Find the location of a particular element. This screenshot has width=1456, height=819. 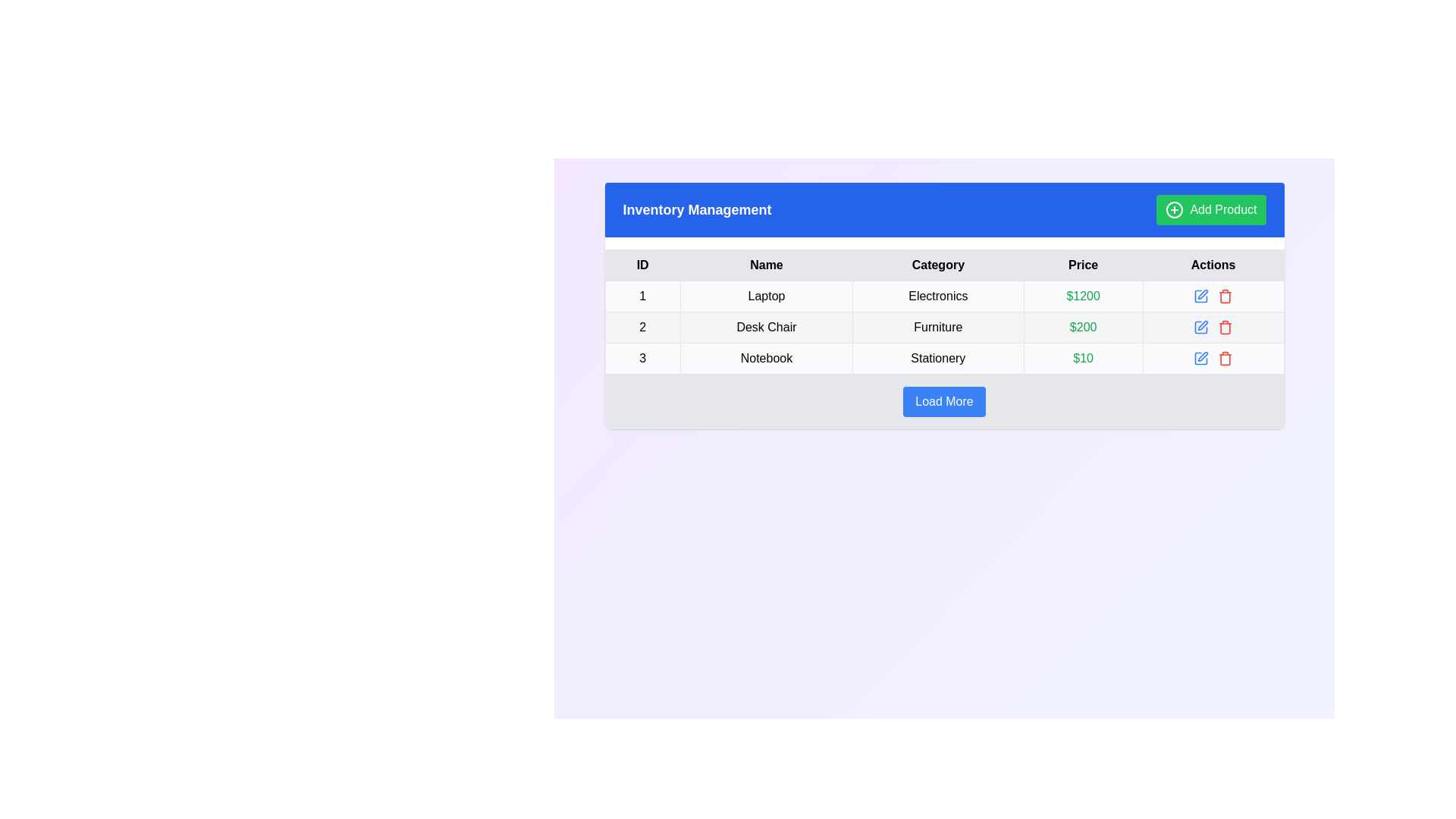

text within the centrally aligned table displaying items with headers 'ID', 'Name', 'Category', 'Price', and 'Actions' is located at coordinates (943, 311).